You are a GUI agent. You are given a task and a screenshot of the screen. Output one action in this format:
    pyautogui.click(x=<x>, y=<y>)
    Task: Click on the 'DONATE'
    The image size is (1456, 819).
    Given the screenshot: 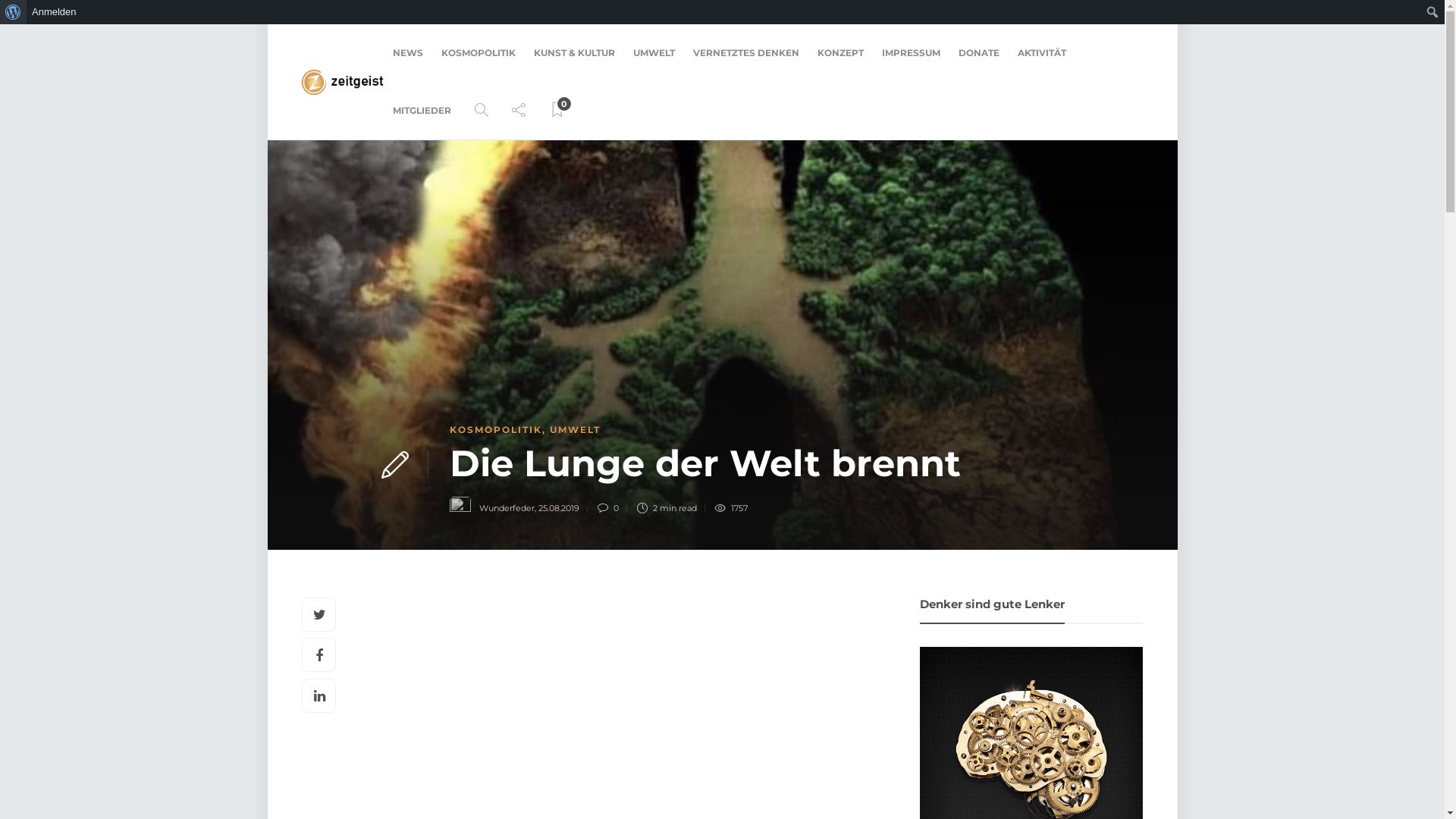 What is the action you would take?
    pyautogui.click(x=957, y=52)
    